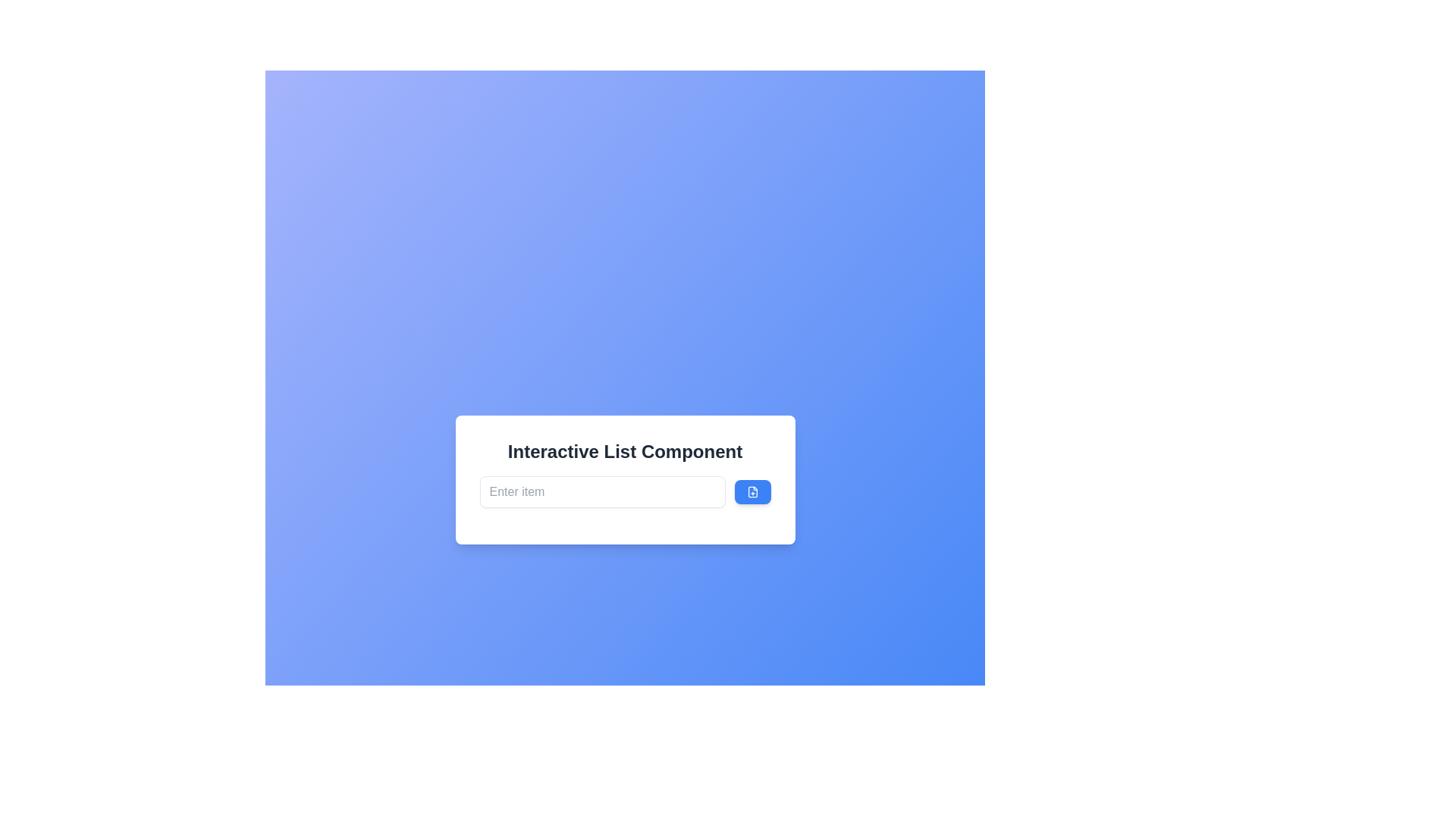 This screenshot has width=1456, height=819. What do you see at coordinates (752, 491) in the screenshot?
I see `the button styled with a blue background and white text` at bounding box center [752, 491].